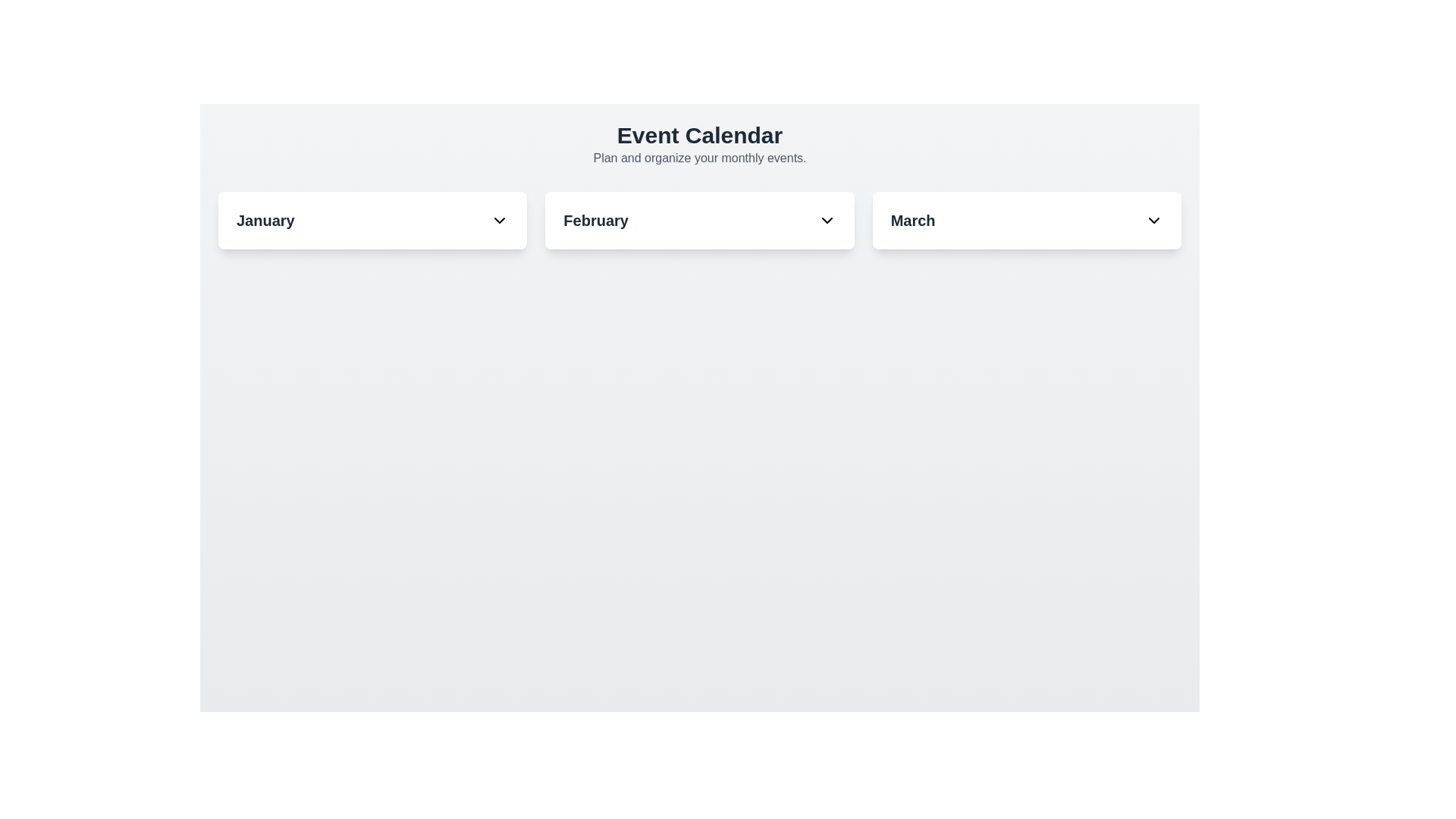  I want to click on the dropdown menu labeled 'February', so click(698, 220).